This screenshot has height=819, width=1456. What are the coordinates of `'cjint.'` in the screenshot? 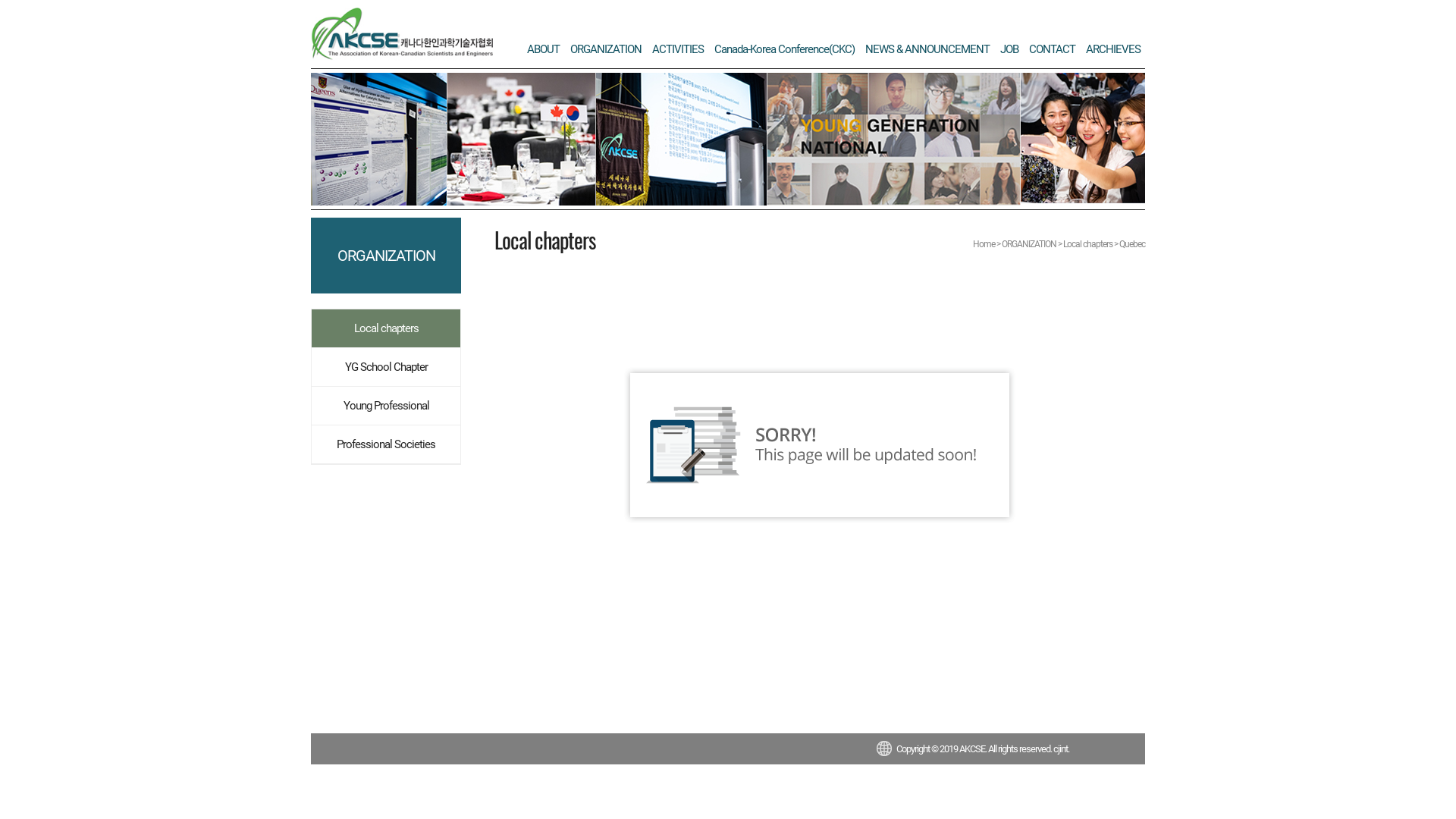 It's located at (1060, 748).